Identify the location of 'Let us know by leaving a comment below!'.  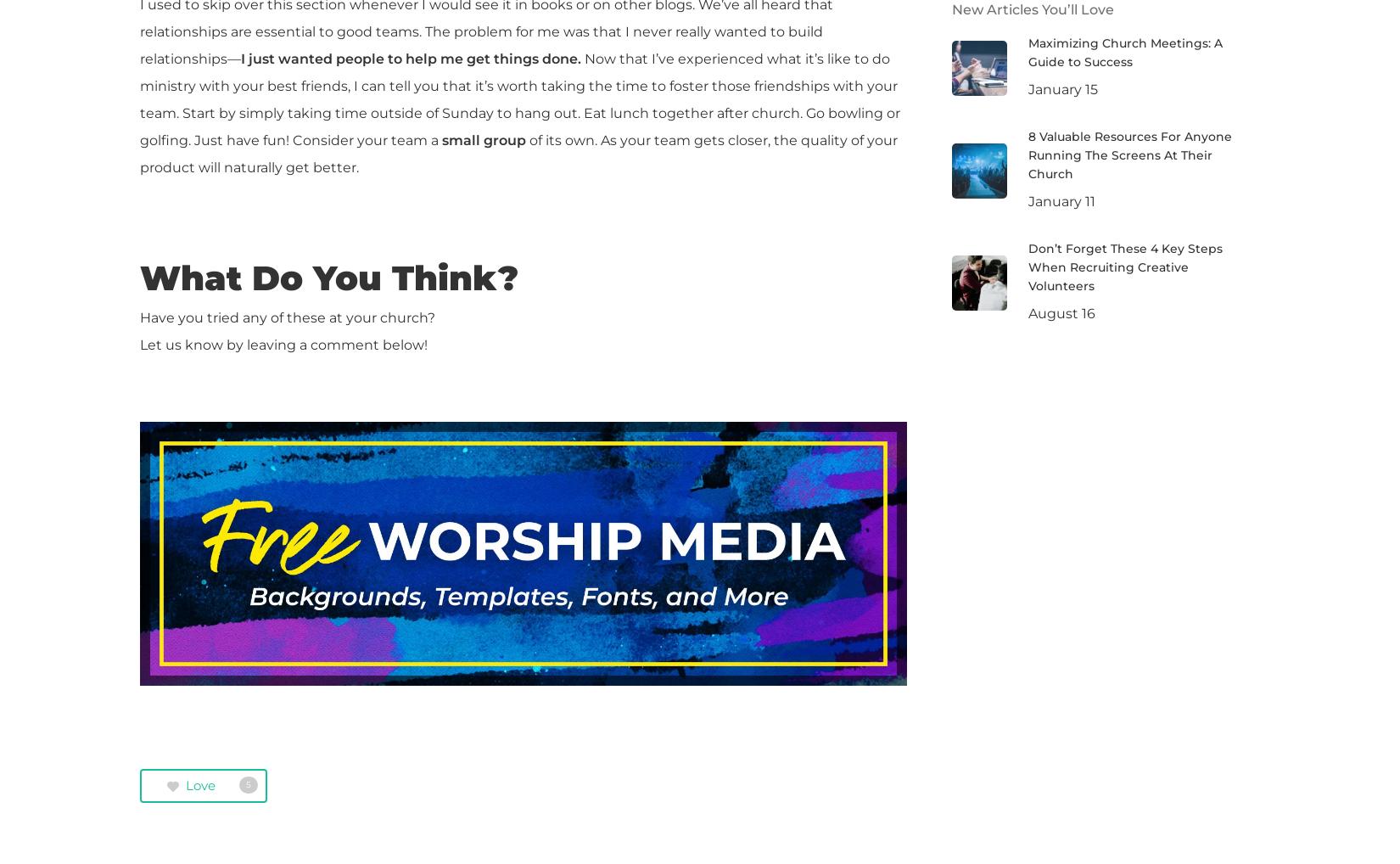
(283, 345).